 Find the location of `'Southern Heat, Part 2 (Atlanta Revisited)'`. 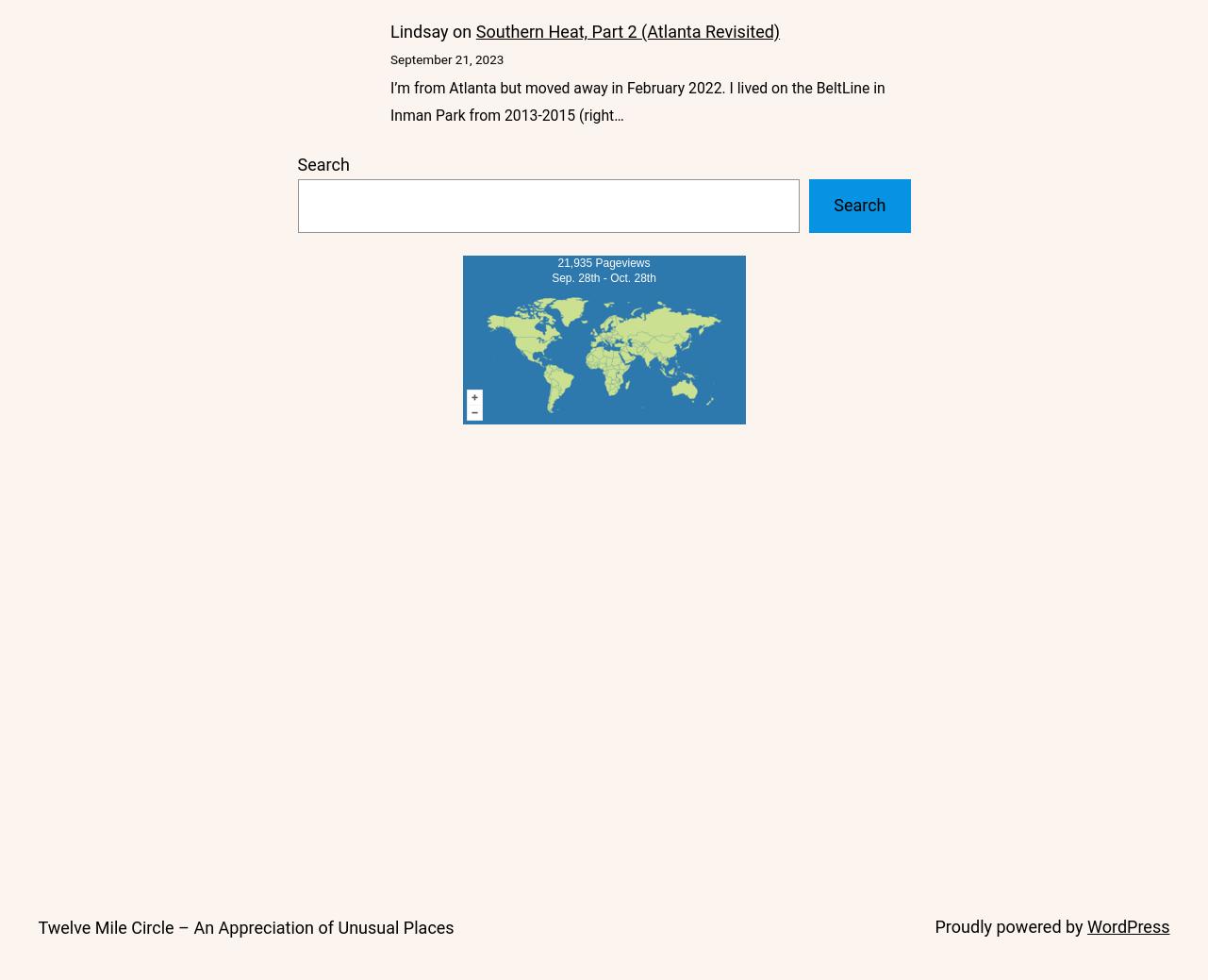

'Southern Heat, Part 2 (Atlanta Revisited)' is located at coordinates (626, 30).